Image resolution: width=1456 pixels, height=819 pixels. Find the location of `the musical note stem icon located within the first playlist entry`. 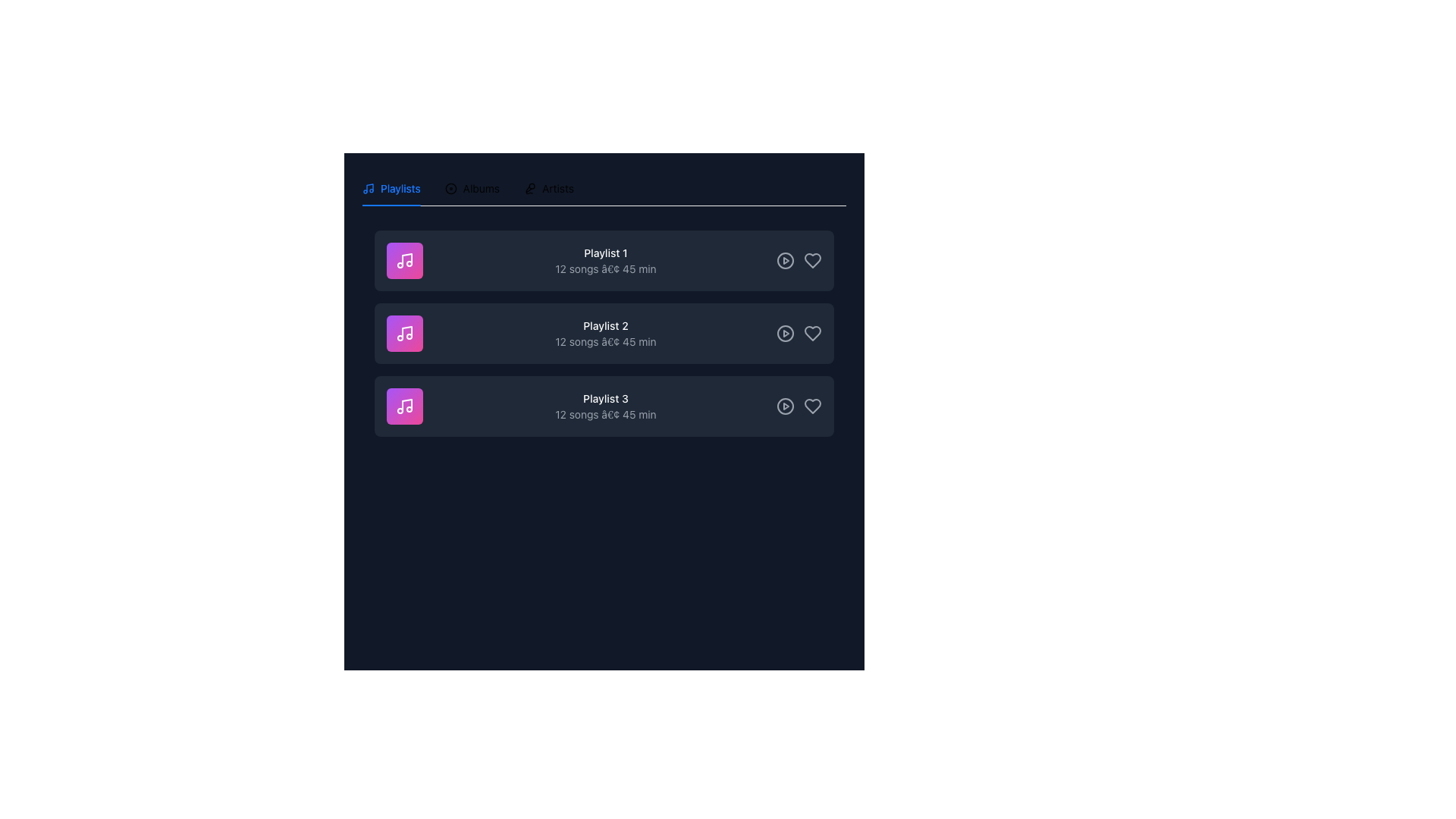

the musical note stem icon located within the first playlist entry is located at coordinates (407, 259).